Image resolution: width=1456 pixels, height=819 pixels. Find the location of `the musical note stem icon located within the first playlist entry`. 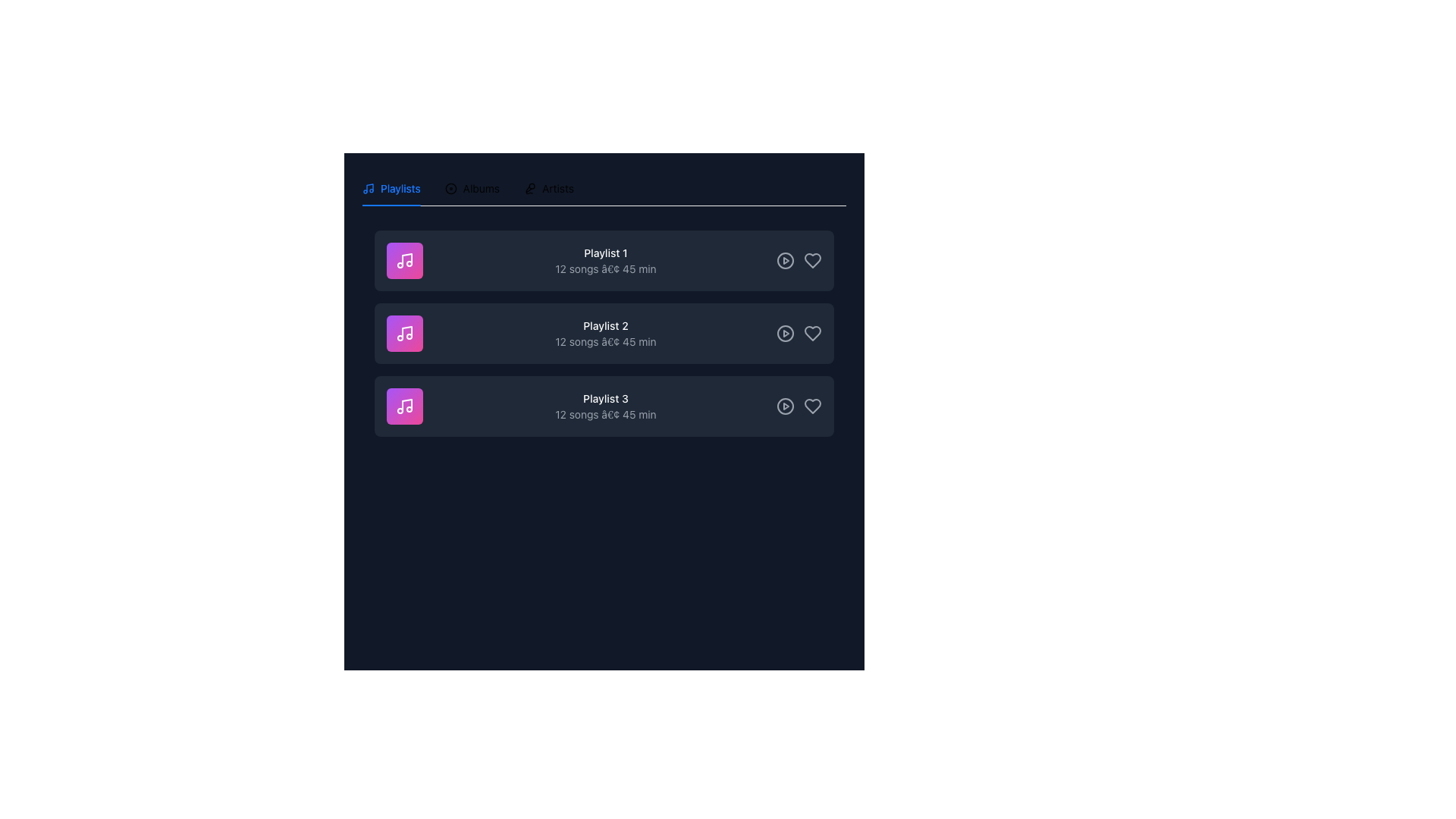

the musical note stem icon located within the first playlist entry is located at coordinates (407, 259).